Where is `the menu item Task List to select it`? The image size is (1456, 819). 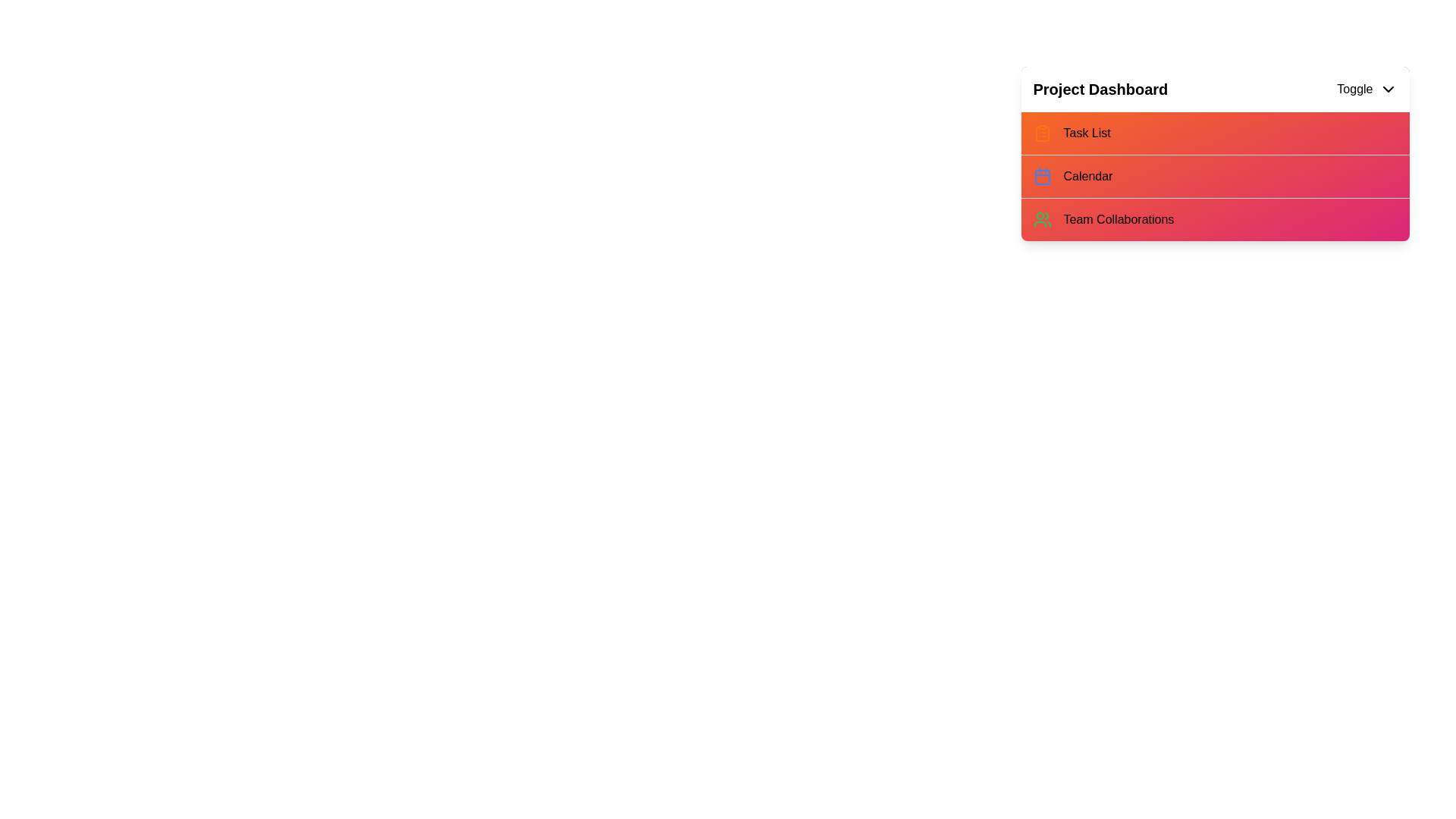 the menu item Task List to select it is located at coordinates (1215, 133).